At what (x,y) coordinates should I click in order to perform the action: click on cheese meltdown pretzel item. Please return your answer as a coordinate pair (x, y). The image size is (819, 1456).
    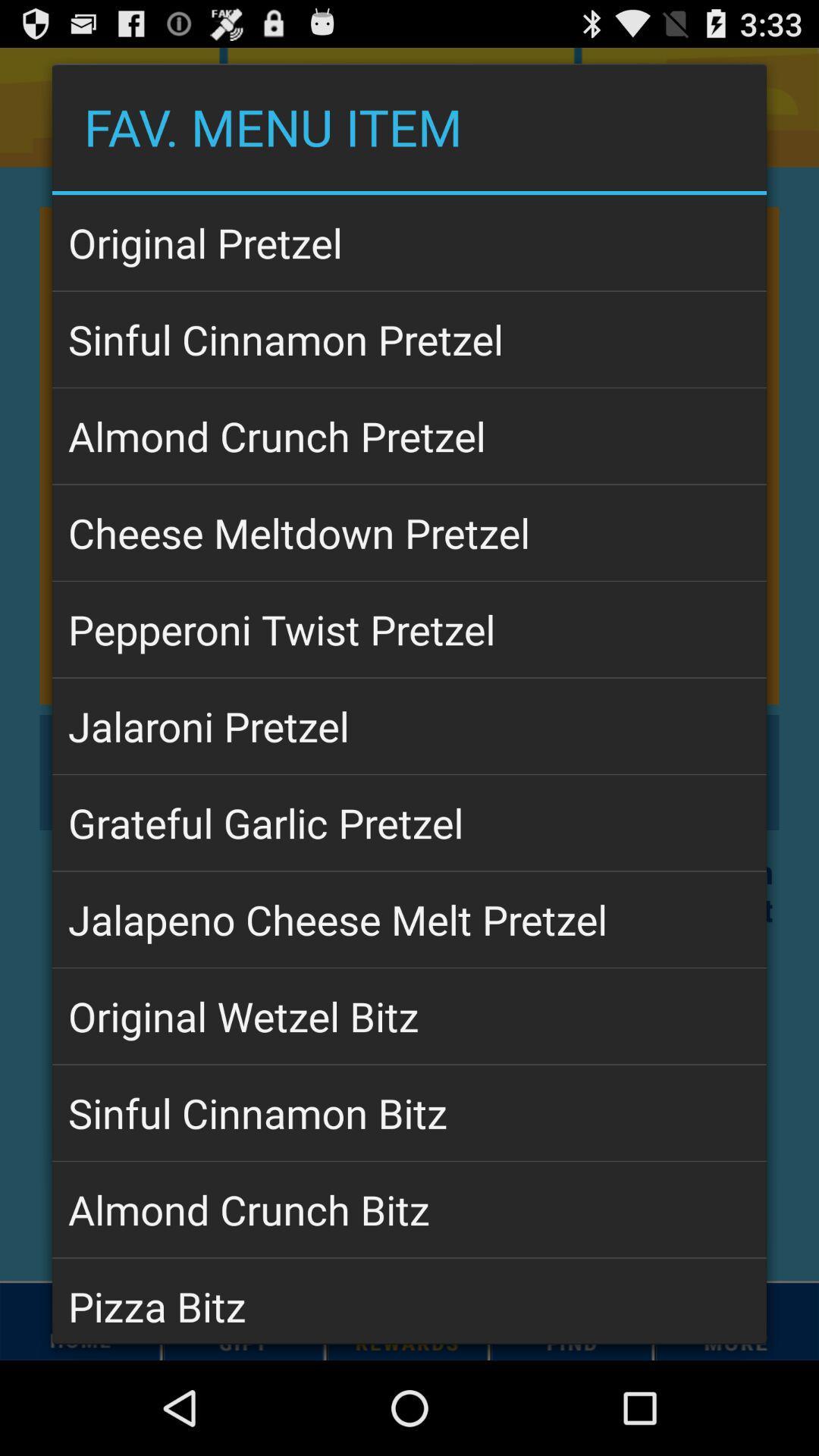
    Looking at the image, I should click on (409, 532).